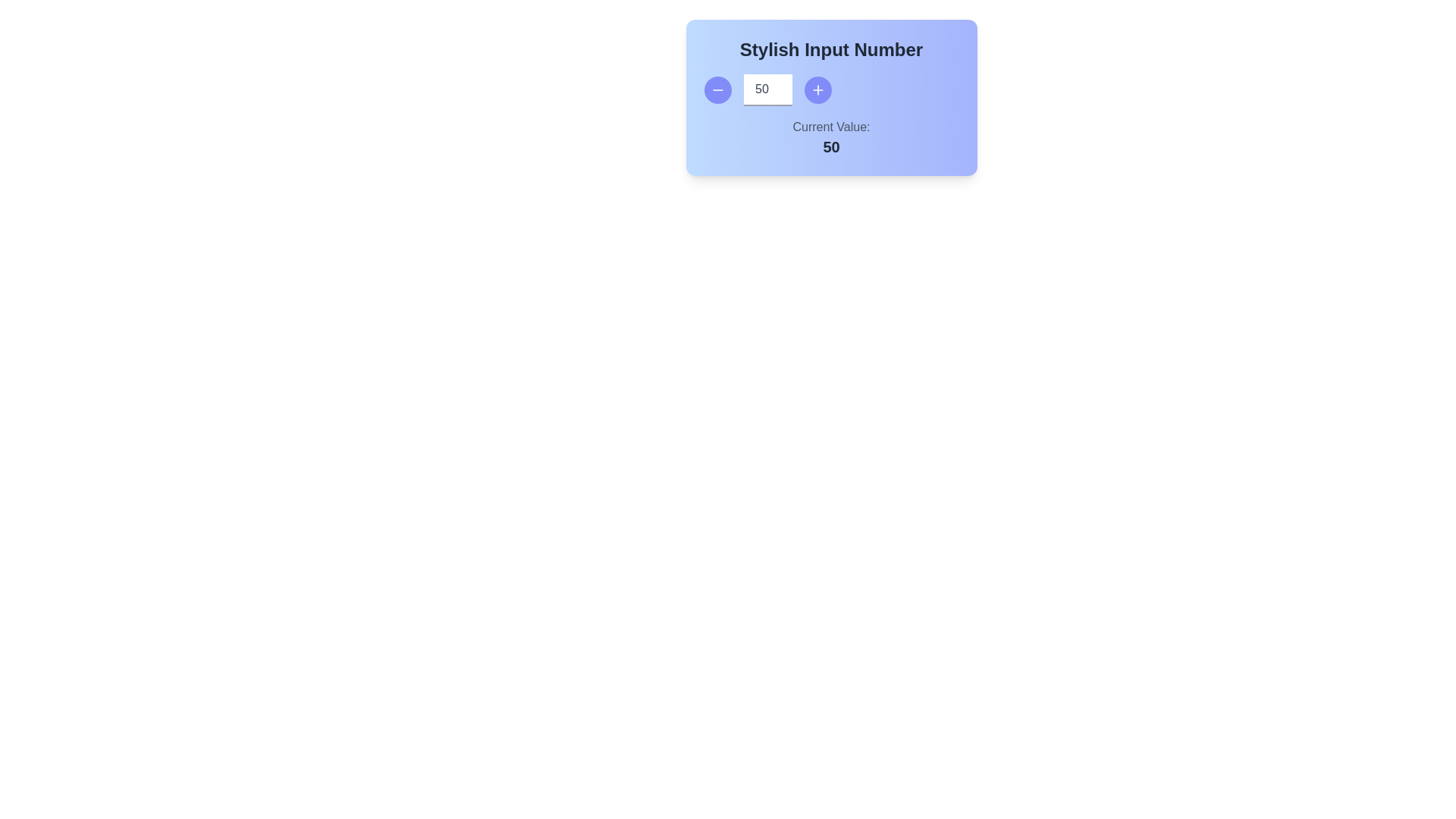  I want to click on the circular button with a purple background and a white minus icon, so click(717, 90).